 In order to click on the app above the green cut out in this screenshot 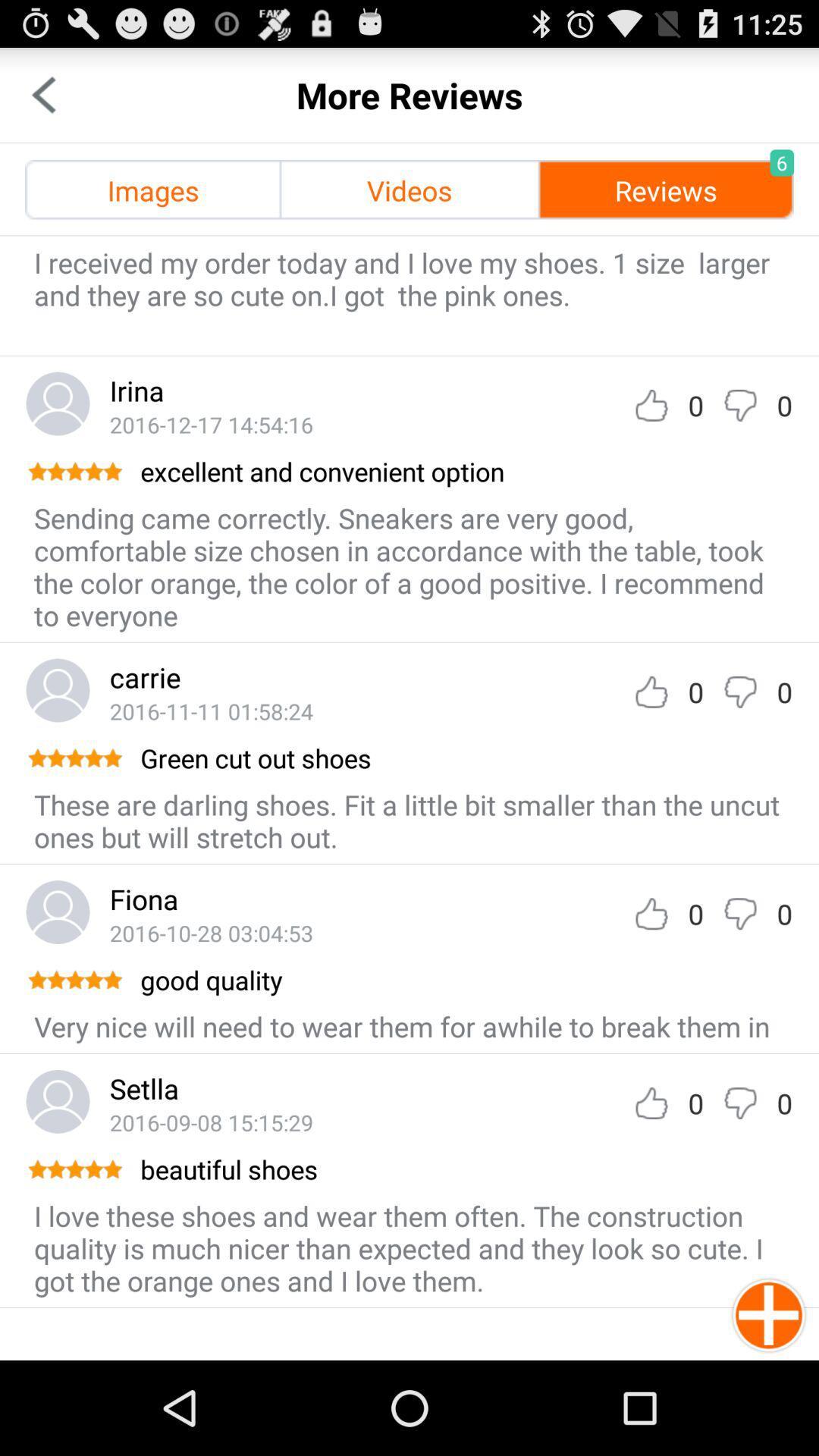, I will do `click(211, 710)`.